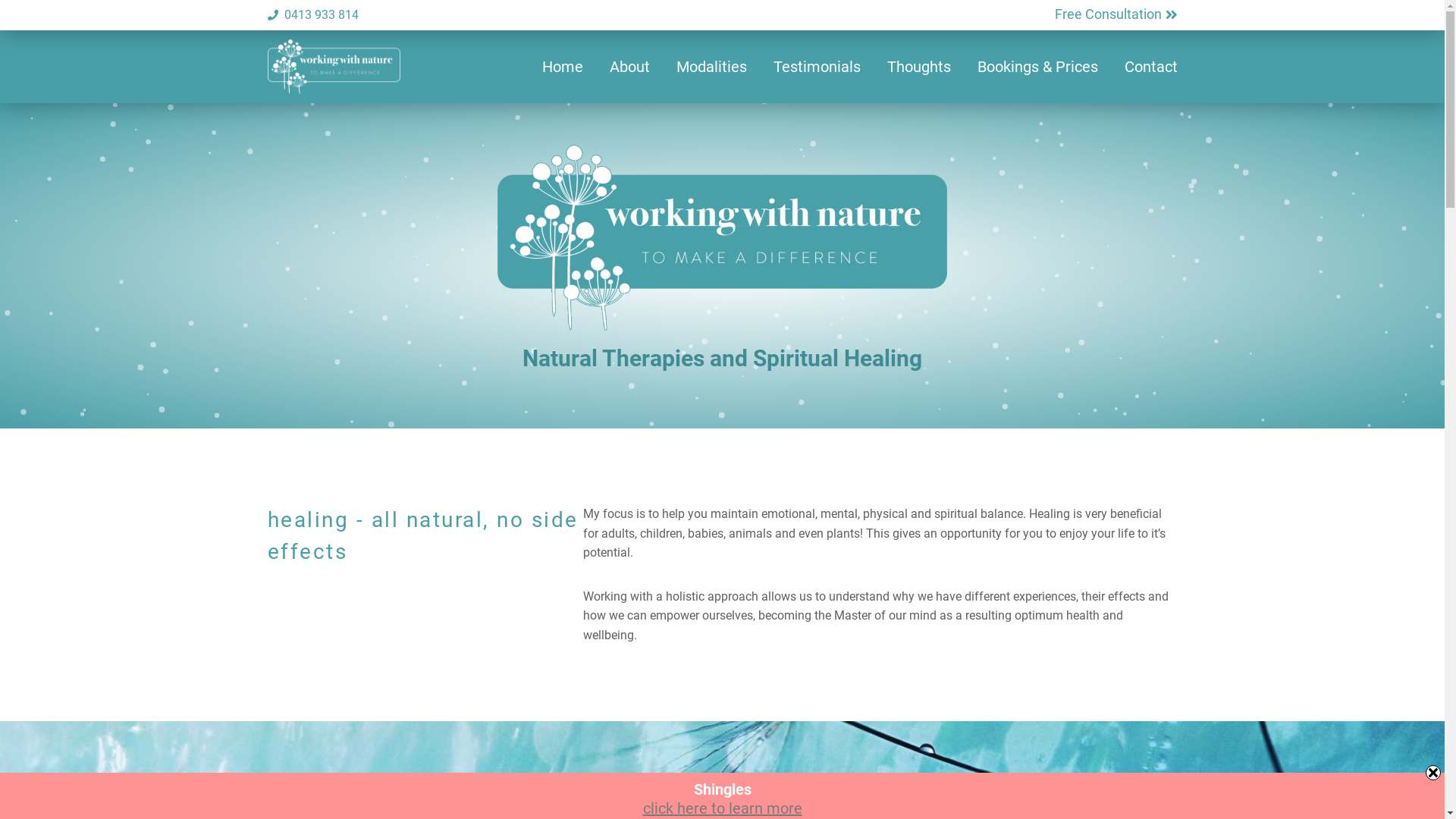  Describe the element at coordinates (887, 66) in the screenshot. I see `'Thoughts'` at that location.